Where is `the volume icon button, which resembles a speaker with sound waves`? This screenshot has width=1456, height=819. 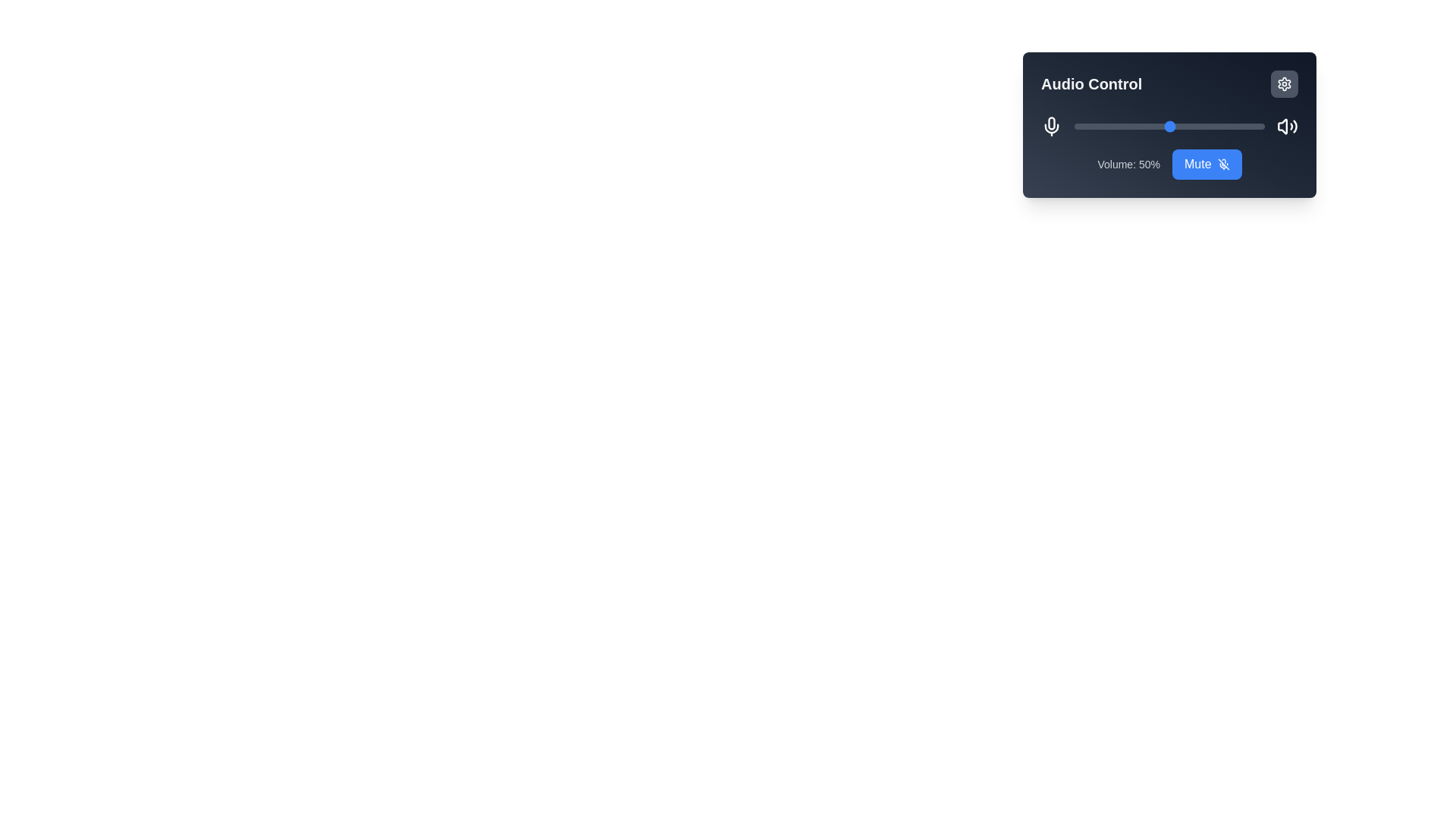 the volume icon button, which resembles a speaker with sound waves is located at coordinates (1287, 125).